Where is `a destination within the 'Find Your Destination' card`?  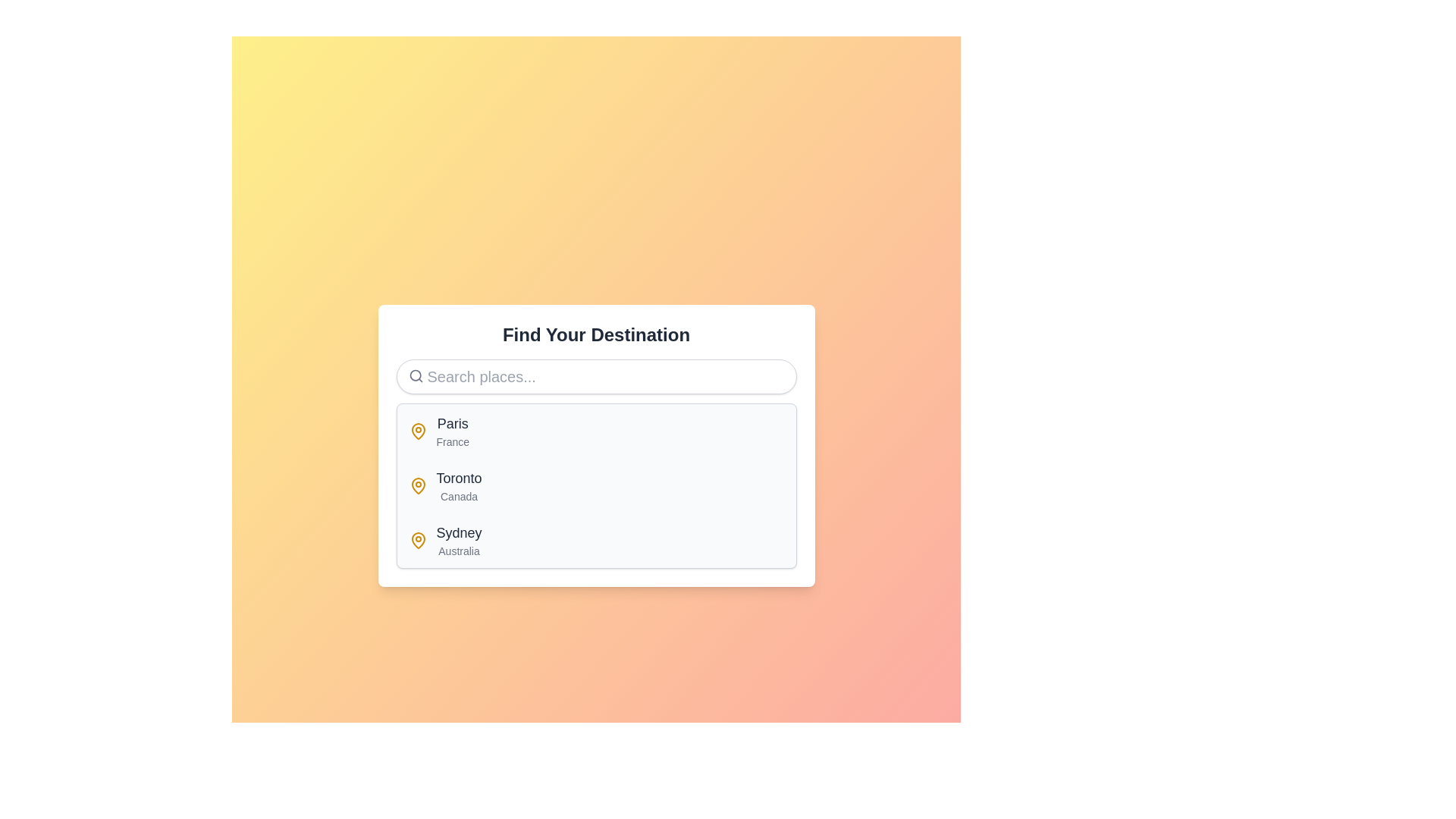 a destination within the 'Find Your Destination' card is located at coordinates (595, 444).